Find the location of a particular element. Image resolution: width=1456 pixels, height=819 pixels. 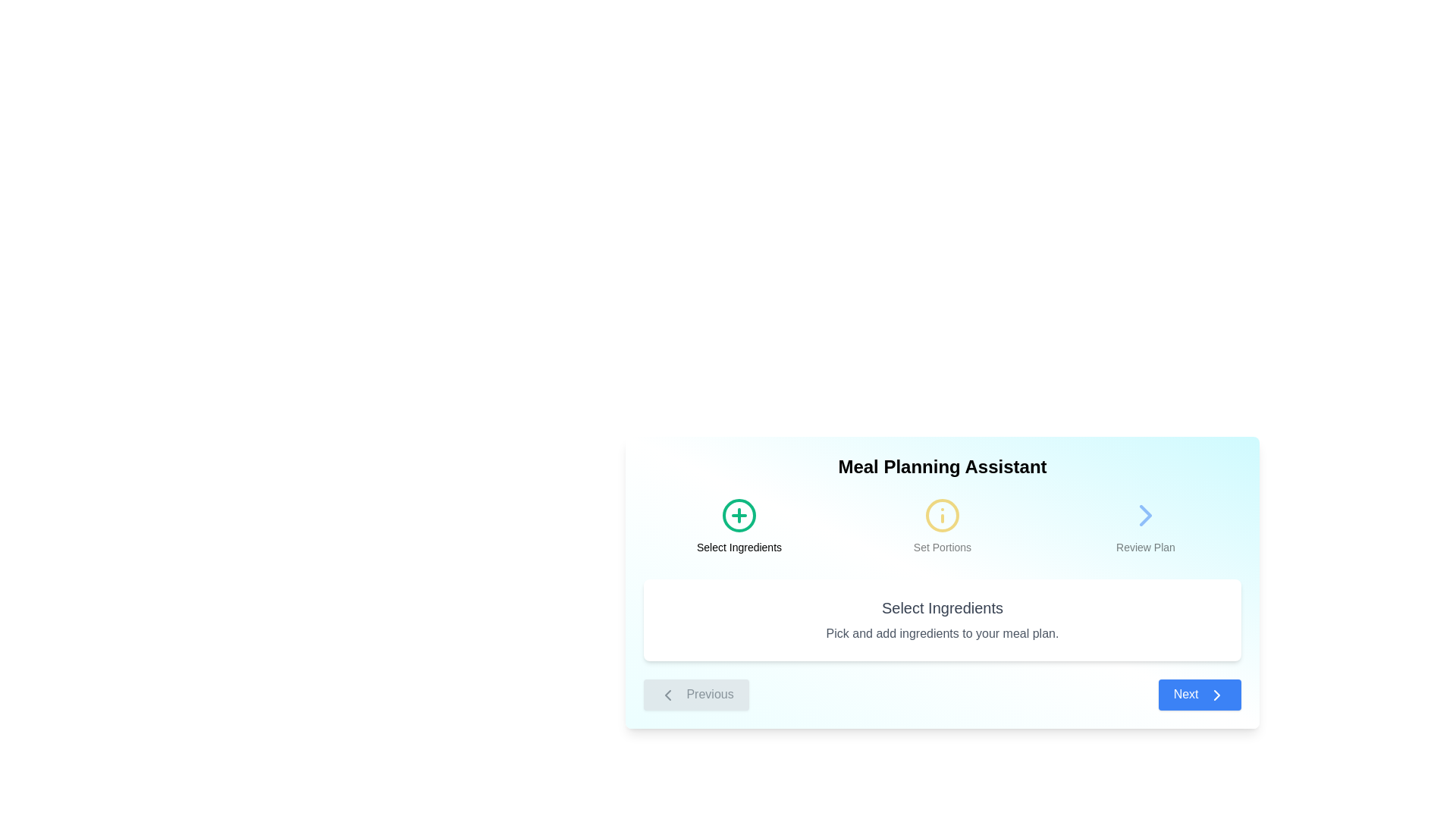

title text located at the top-center of the card component, which indicates the section for assisting users with meal planning is located at coordinates (942, 466).